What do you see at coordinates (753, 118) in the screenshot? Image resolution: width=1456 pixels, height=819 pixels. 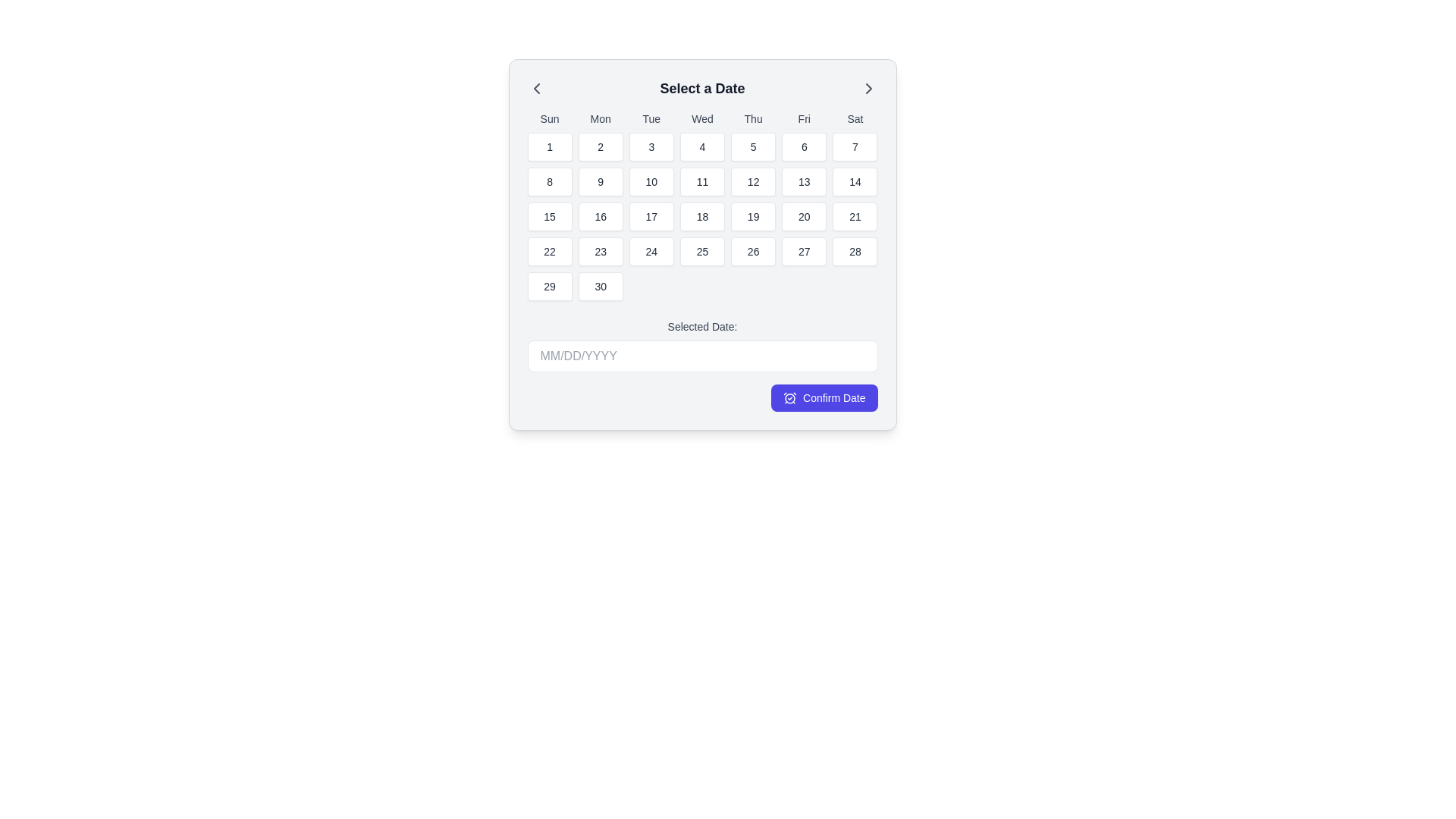 I see `the text label displaying the abbreviation 'Thu', which is styled in gray color and is the fifth day in the horizontal sequence of weekday abbreviations in the calendar layout` at bounding box center [753, 118].